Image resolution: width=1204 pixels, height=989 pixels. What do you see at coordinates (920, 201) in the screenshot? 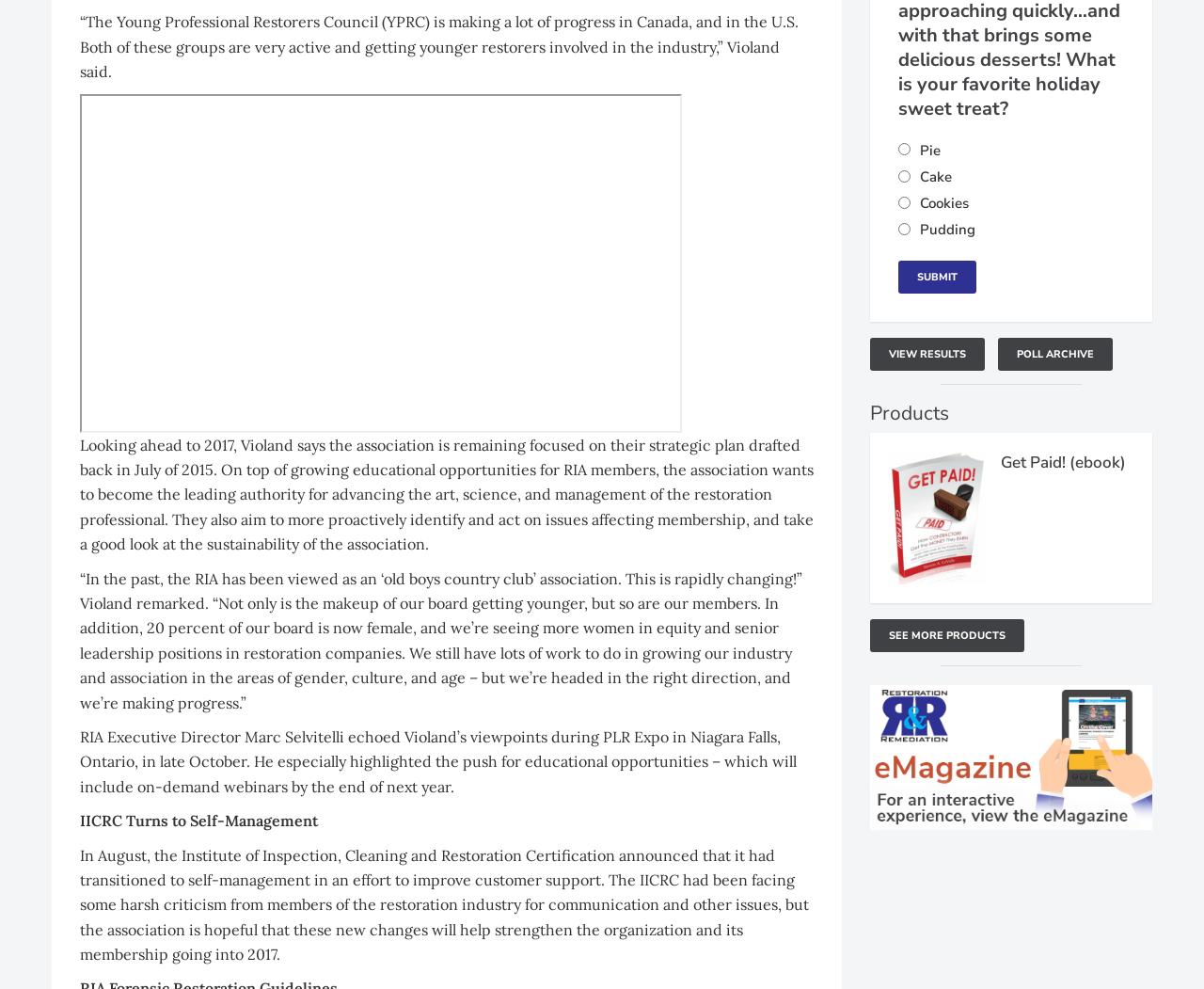
I see `'Cookies'` at bounding box center [920, 201].